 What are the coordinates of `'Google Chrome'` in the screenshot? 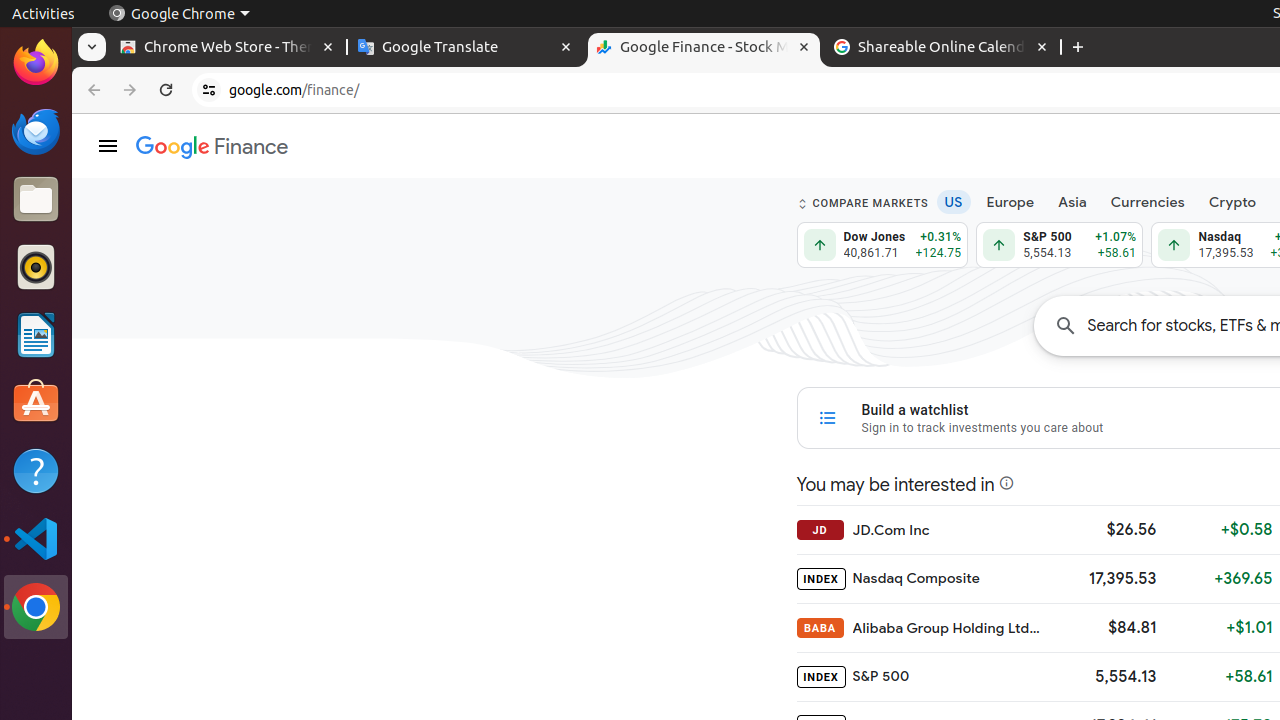 It's located at (178, 13).